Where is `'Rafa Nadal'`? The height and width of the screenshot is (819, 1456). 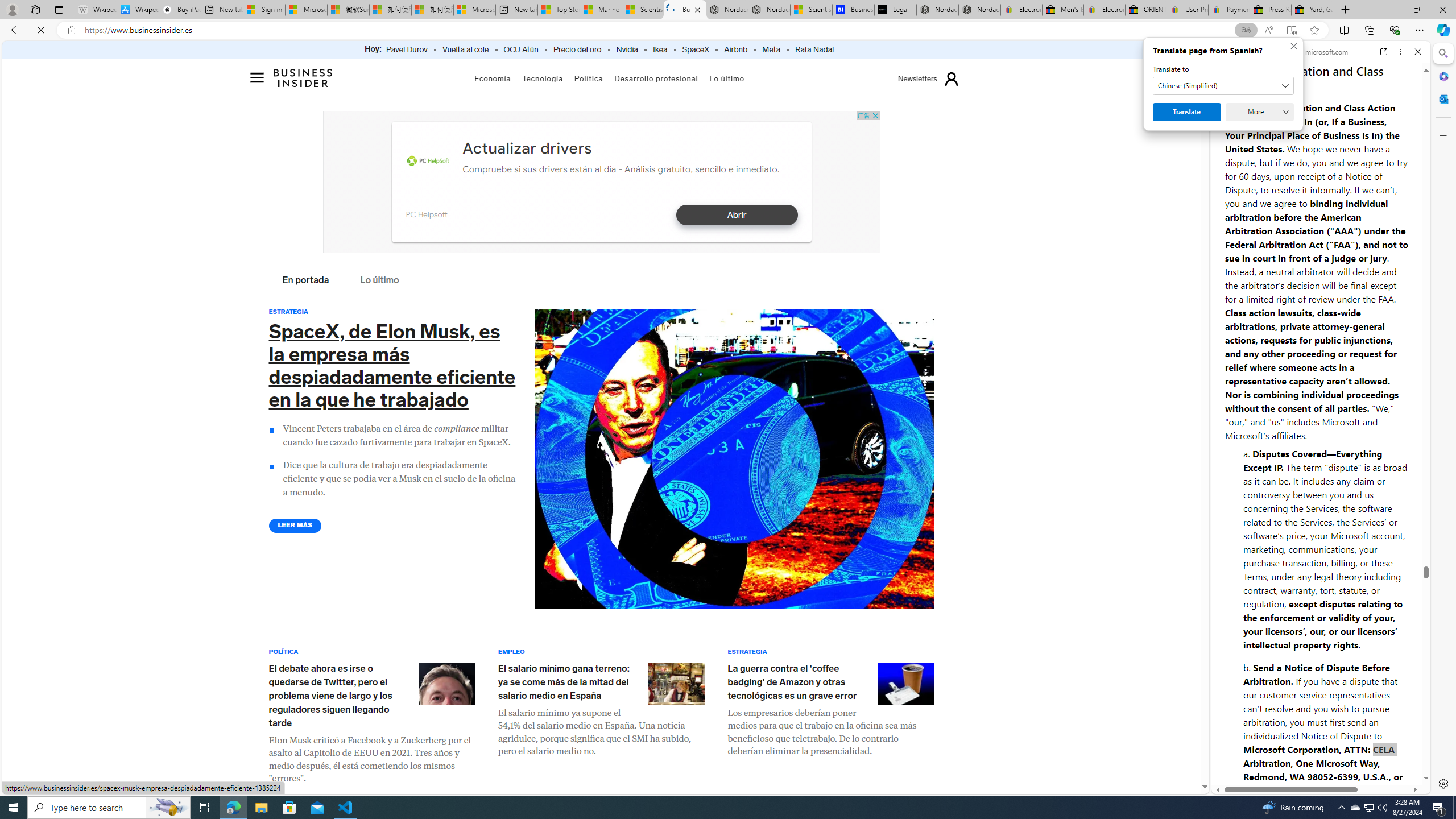
'Rafa Nadal' is located at coordinates (814, 49).